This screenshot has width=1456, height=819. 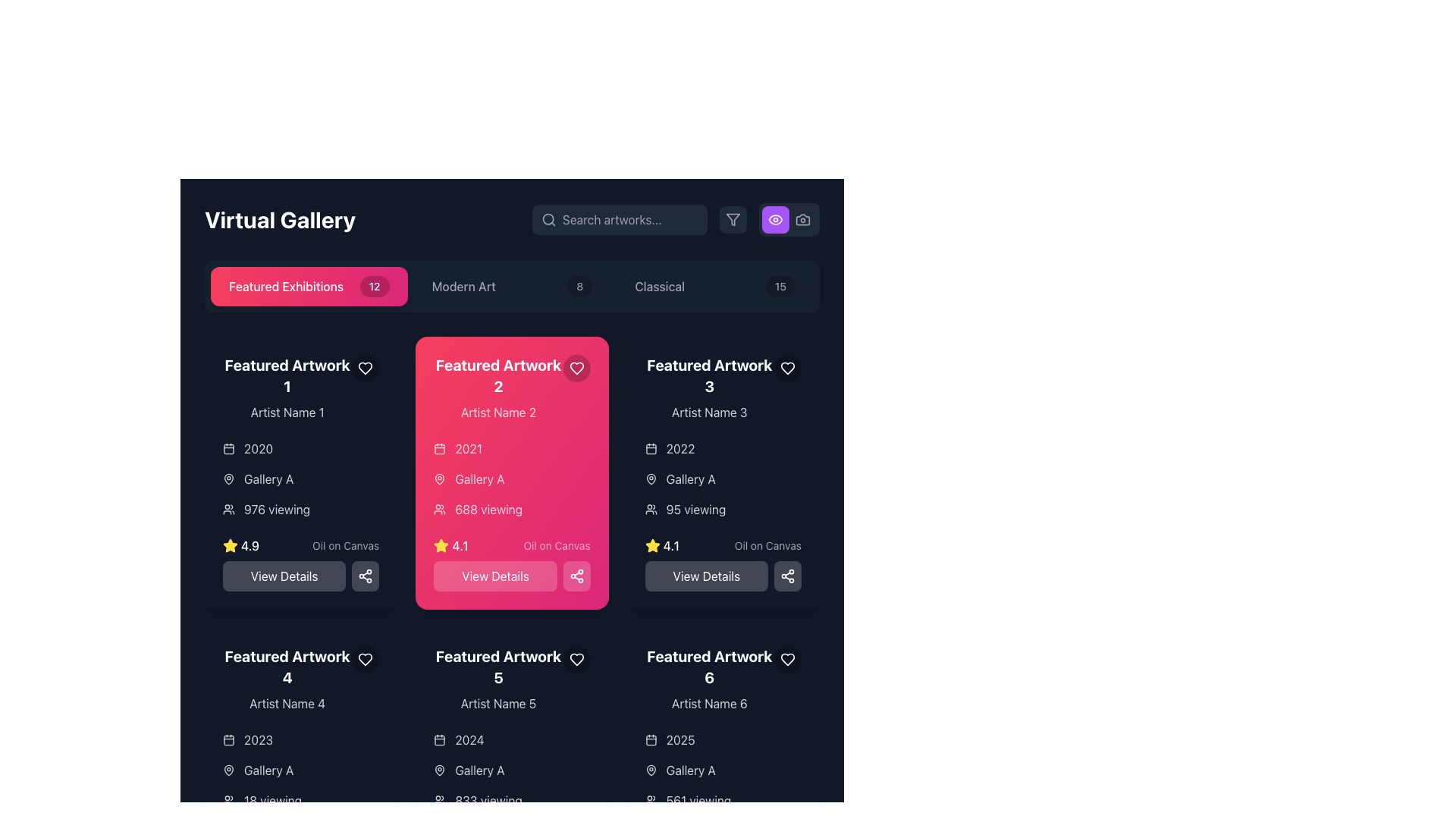 What do you see at coordinates (722, 564) in the screenshot?
I see `the 'View Details' button located at the bottom section of the 'Featured Artwork 3' card, which has a semi-transparent dark background and white text` at bounding box center [722, 564].